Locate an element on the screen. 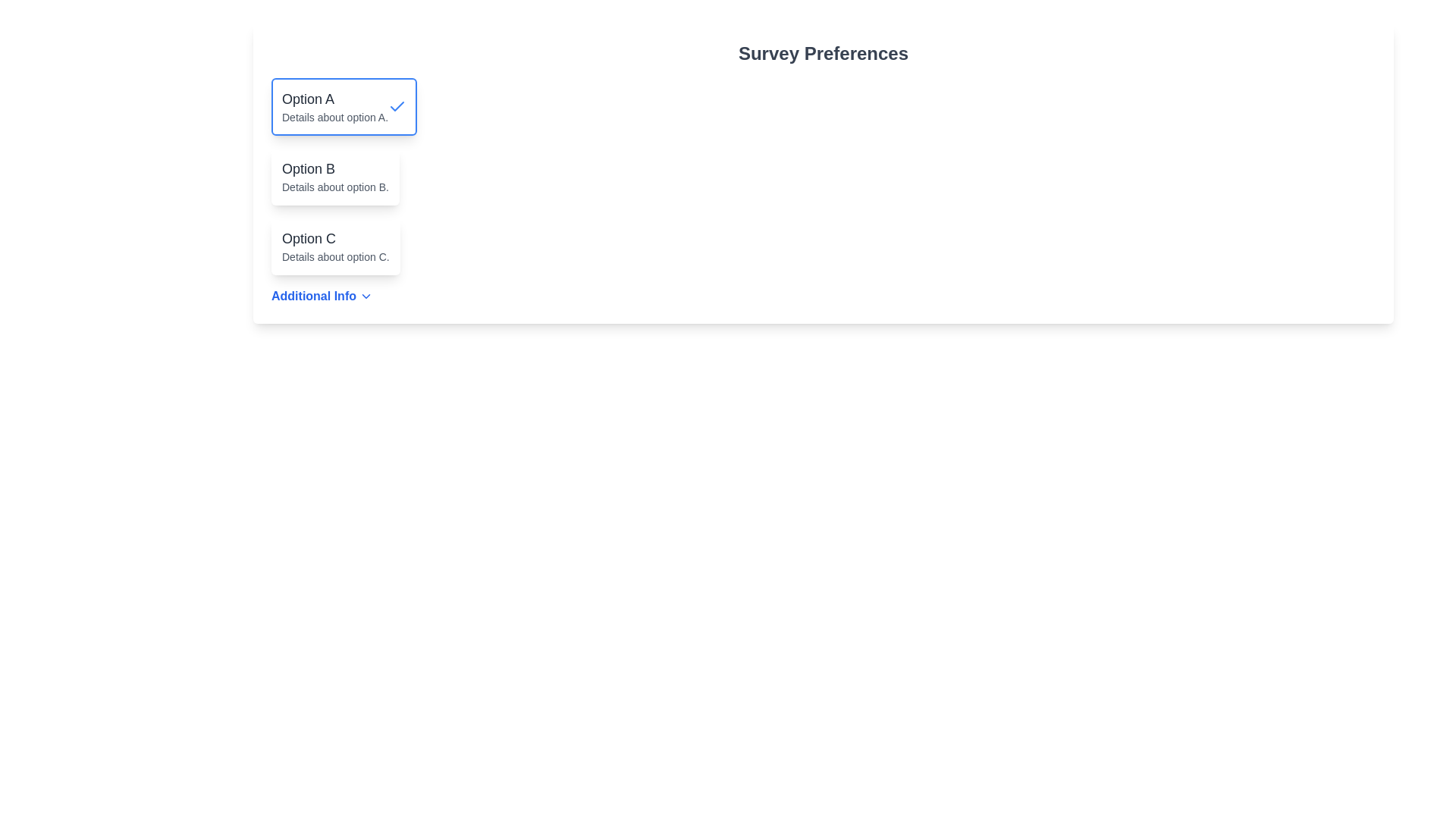  the 'Option C' selectable option, which is styled with round corners and a drop shadow, located under 'Survey Preferences' is located at coordinates (334, 245).